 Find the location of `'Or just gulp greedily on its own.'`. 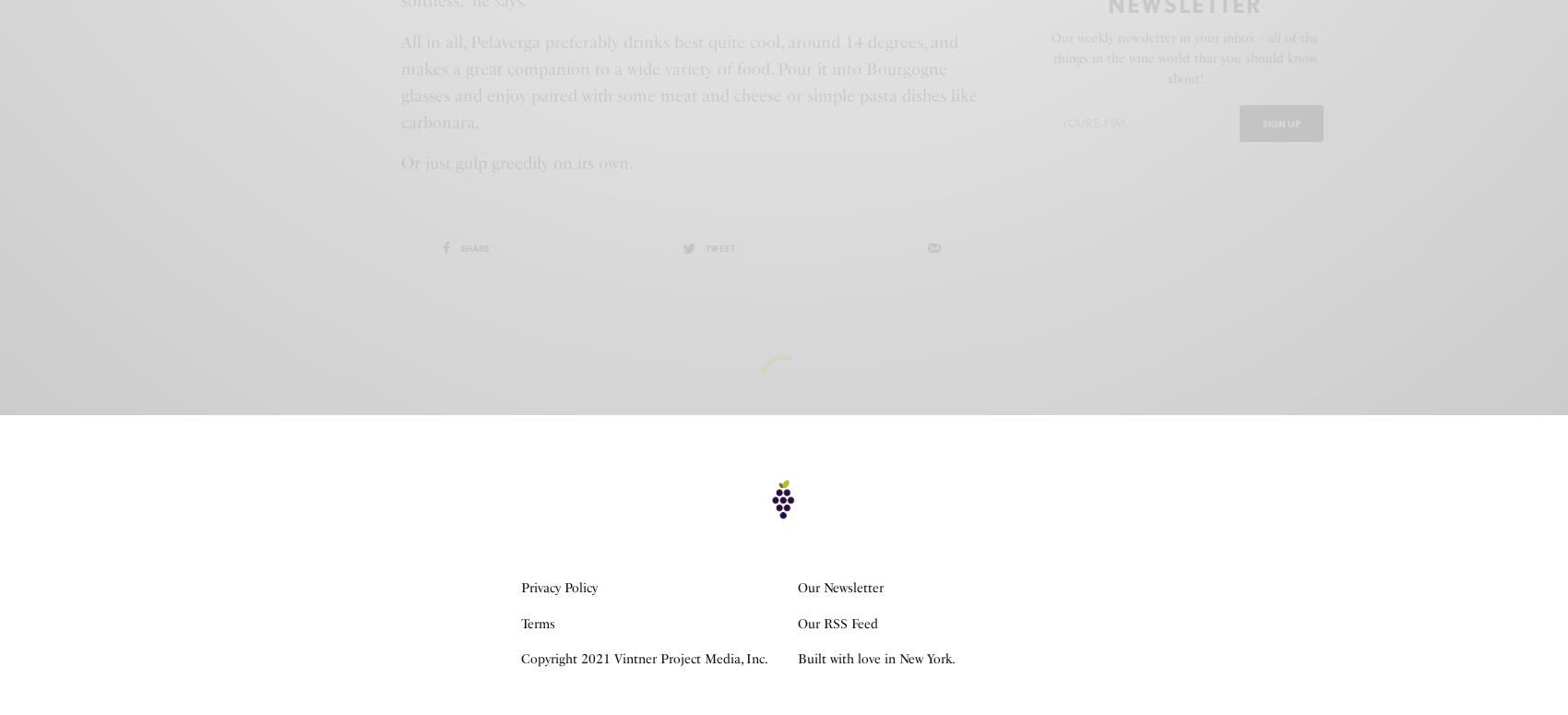

'Or just gulp greedily on its own.' is located at coordinates (517, 163).